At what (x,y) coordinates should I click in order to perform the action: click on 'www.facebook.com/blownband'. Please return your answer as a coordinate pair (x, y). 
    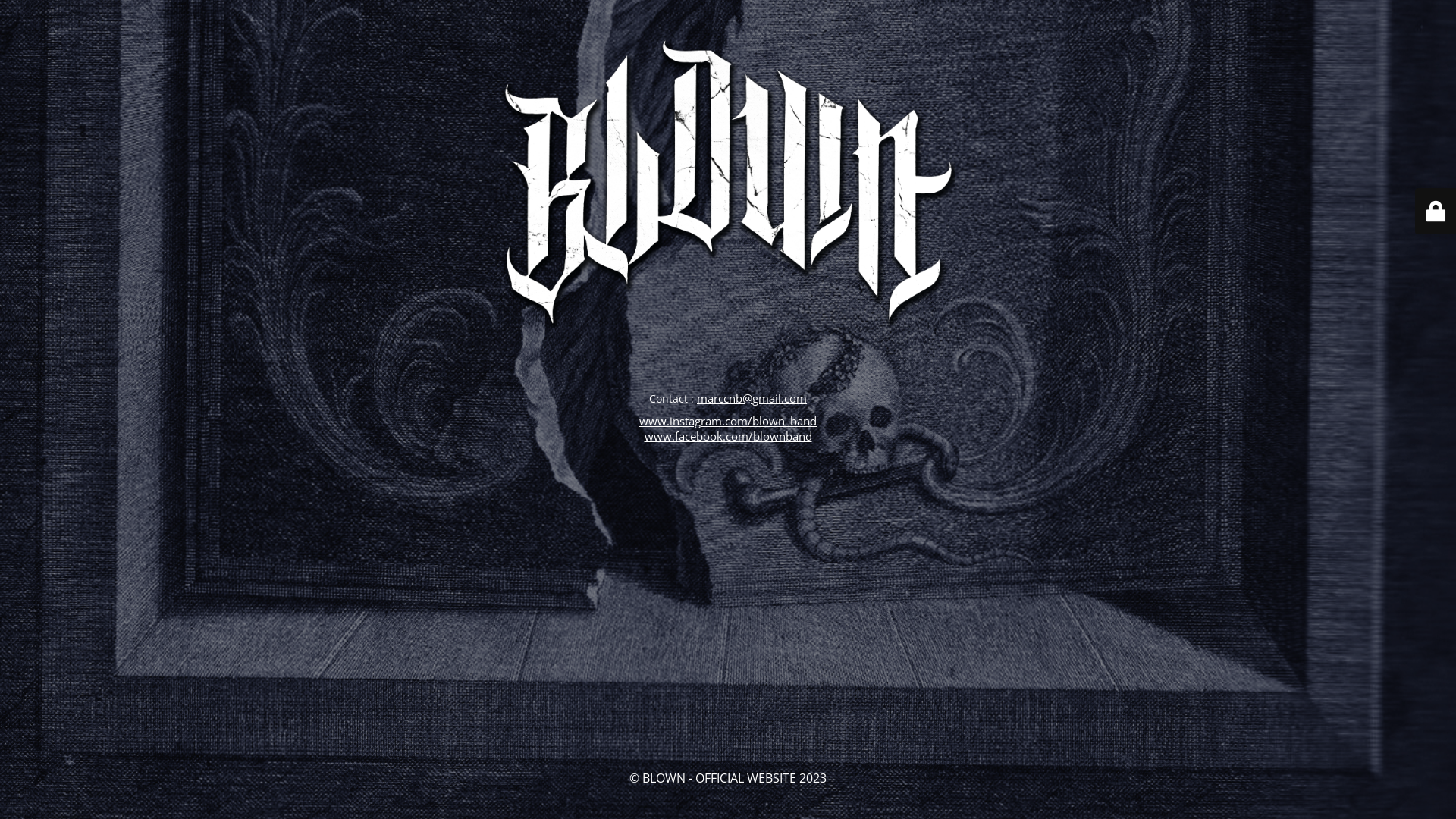
    Looking at the image, I should click on (728, 435).